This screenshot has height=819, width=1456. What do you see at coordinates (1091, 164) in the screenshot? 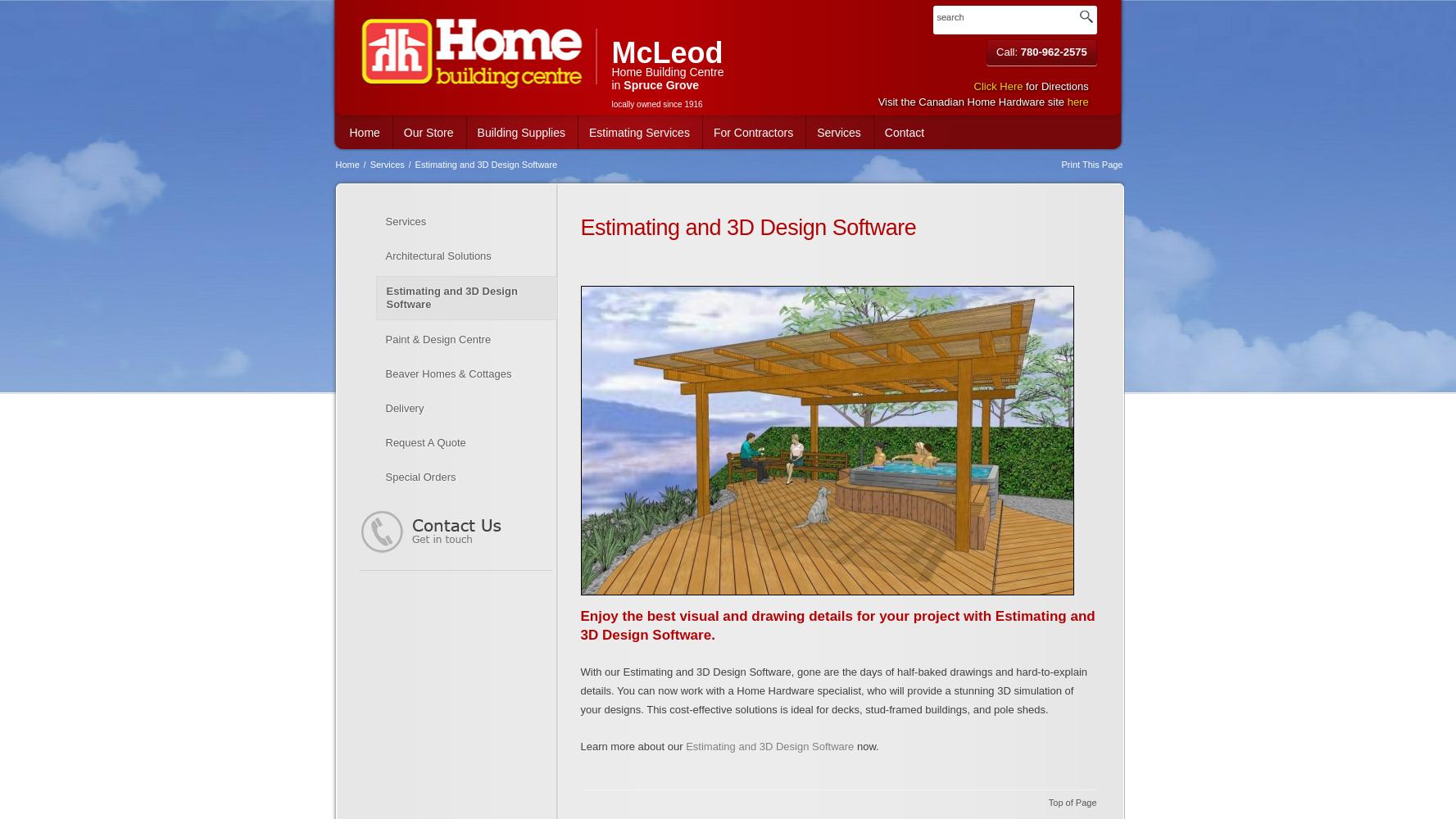
I see `'Print This Page'` at bounding box center [1091, 164].